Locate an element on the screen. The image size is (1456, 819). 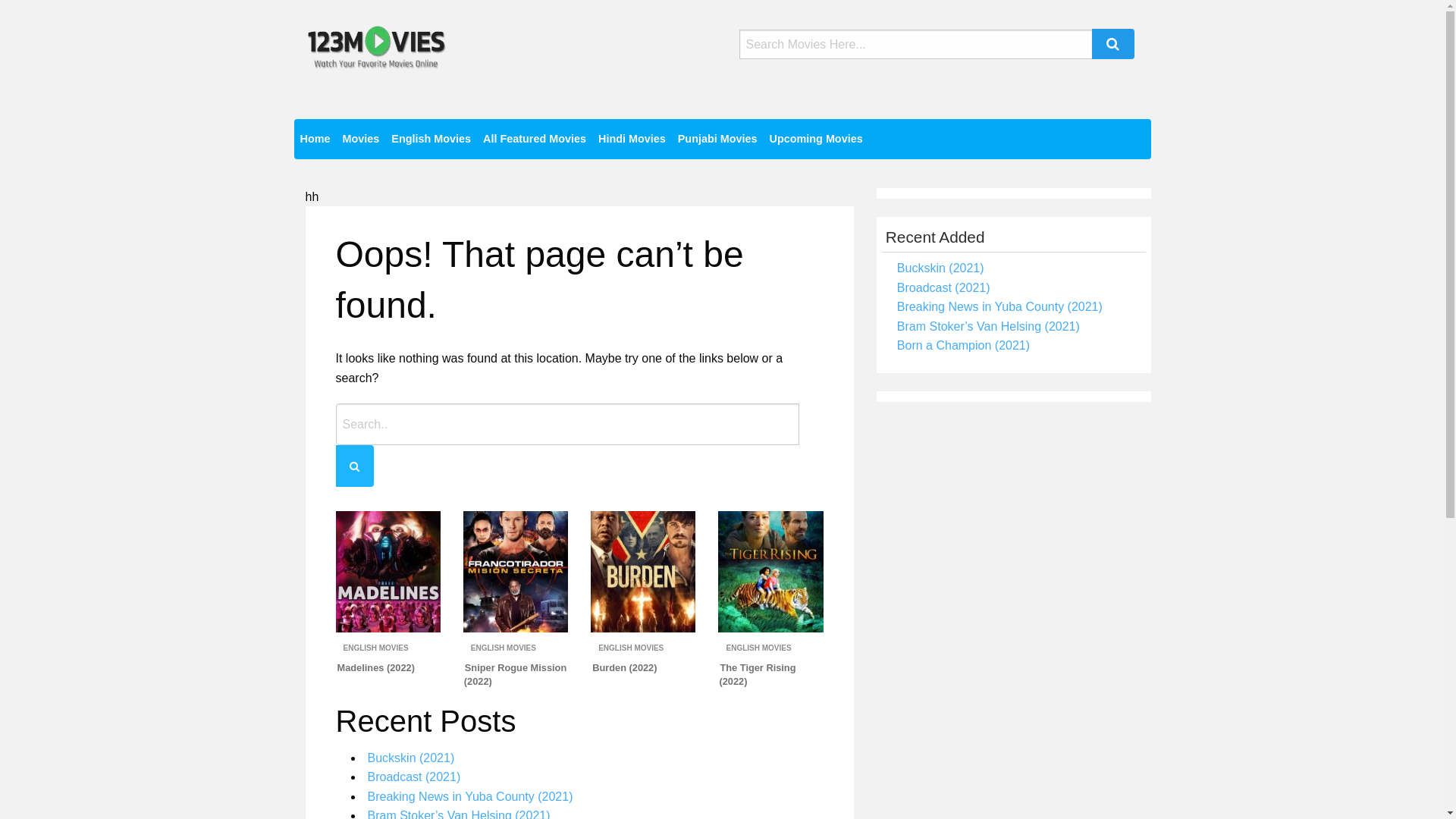
'ENGLISH MOVIES' is located at coordinates (375, 648).